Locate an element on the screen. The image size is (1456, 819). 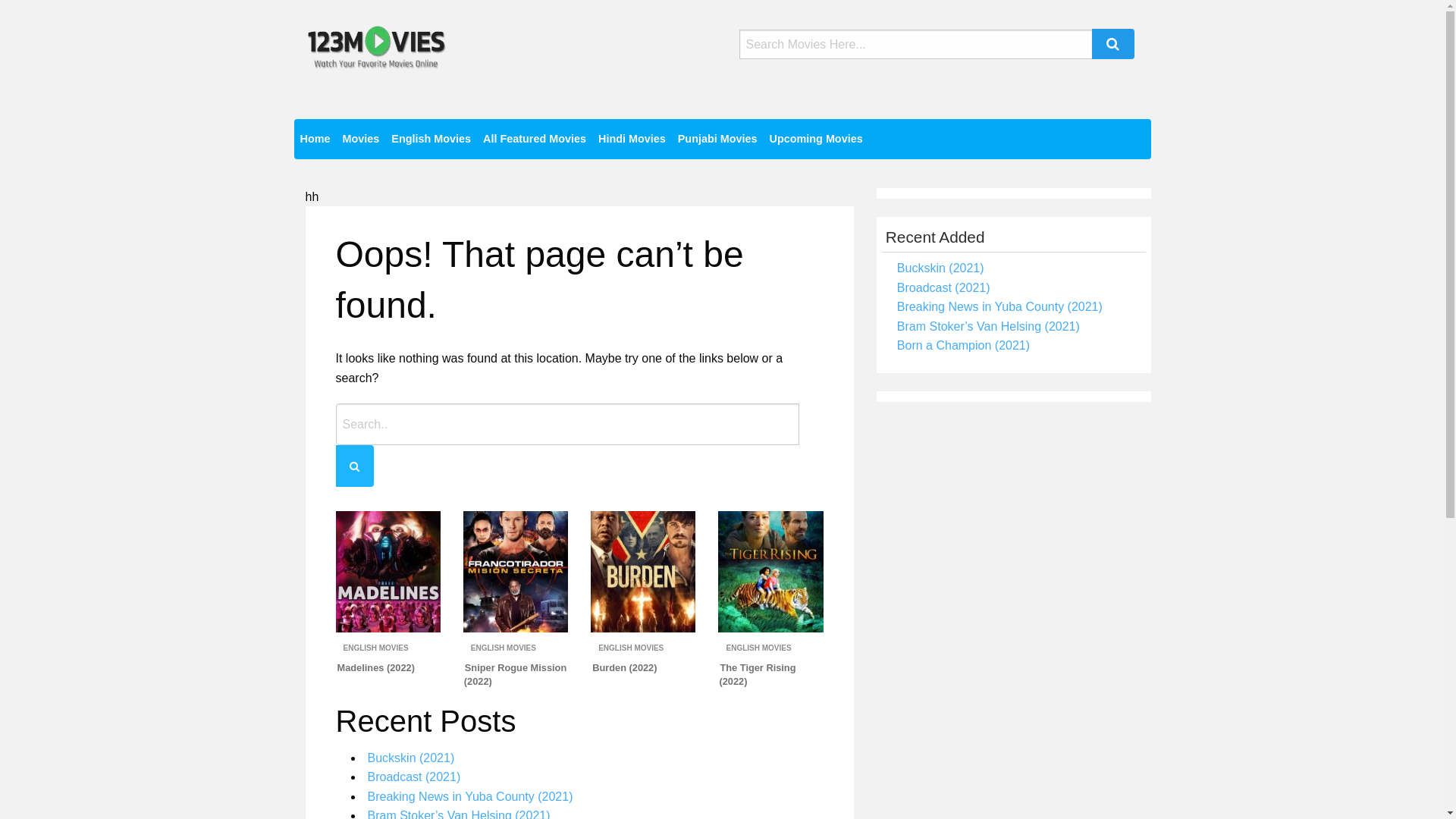
'ENGLISH MOVIES' is located at coordinates (375, 648).